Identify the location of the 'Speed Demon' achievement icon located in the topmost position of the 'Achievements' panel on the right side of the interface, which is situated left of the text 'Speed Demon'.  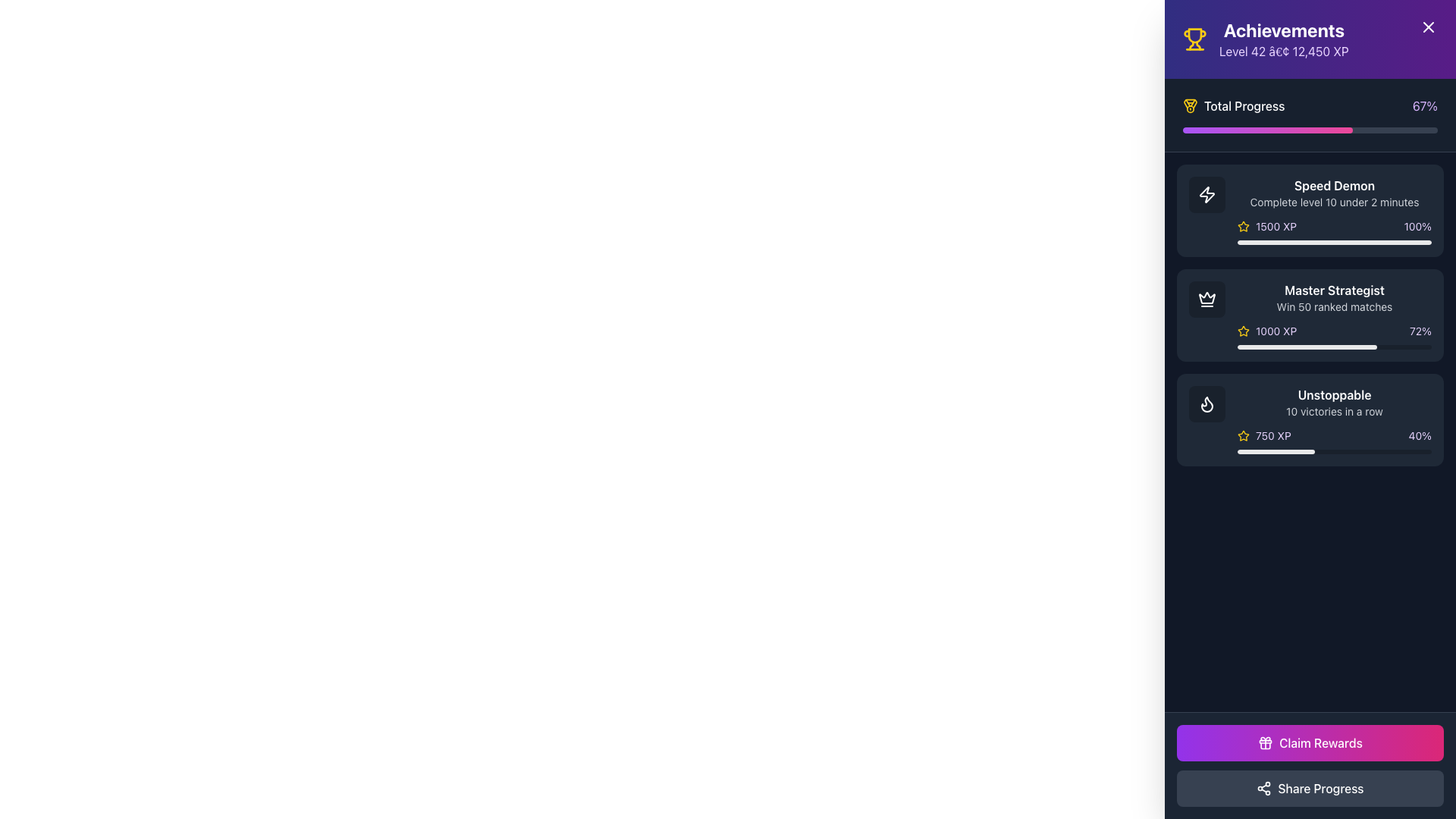
(1207, 194).